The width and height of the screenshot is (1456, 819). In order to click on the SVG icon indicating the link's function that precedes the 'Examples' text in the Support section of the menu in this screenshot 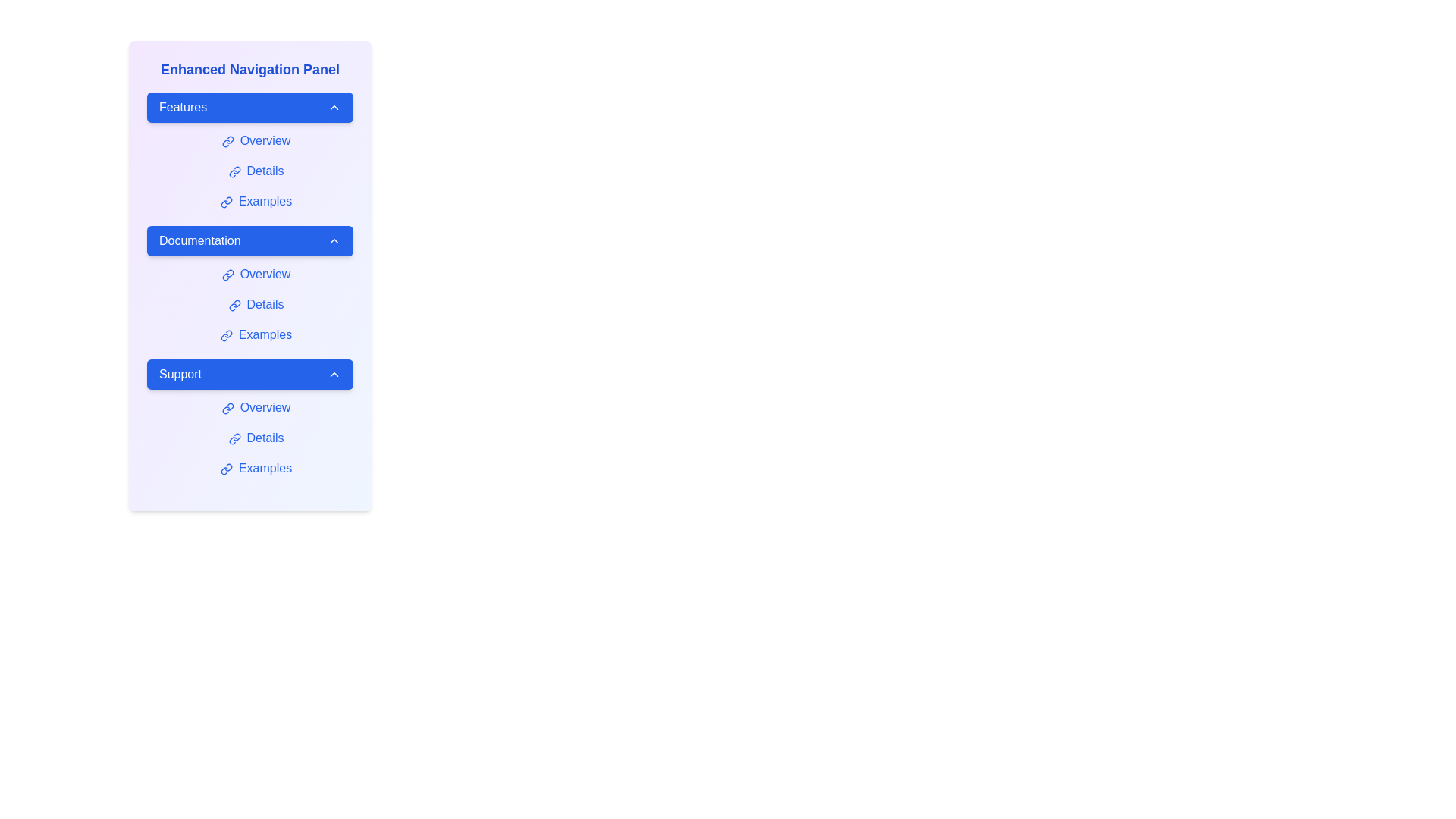, I will do `click(225, 468)`.